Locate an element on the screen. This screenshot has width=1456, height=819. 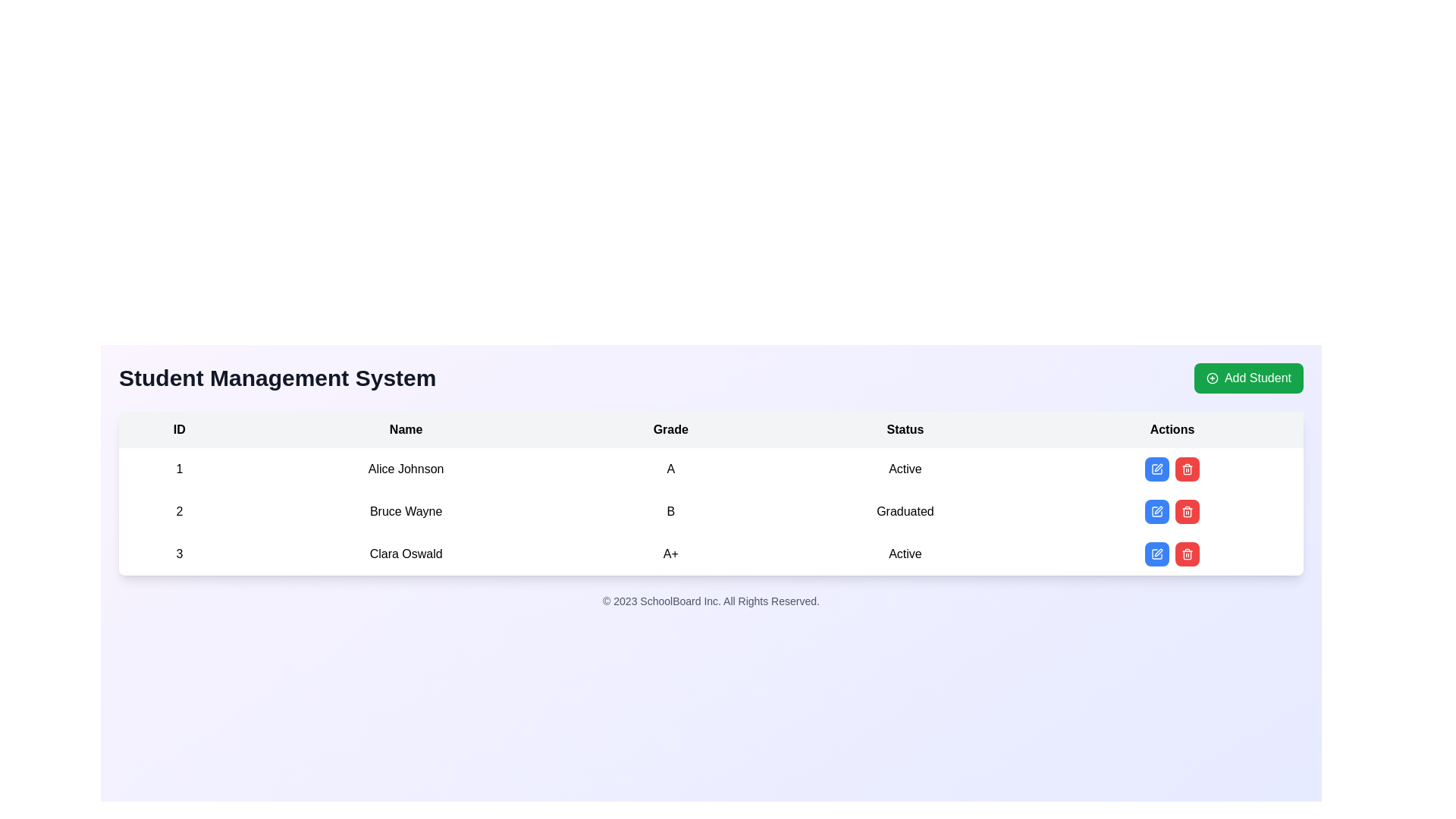
the edit button located in the second column under the 'Actions' section of the table for the first row associated with 'Alice Johnson' to initiate the editing of the data is located at coordinates (1156, 468).